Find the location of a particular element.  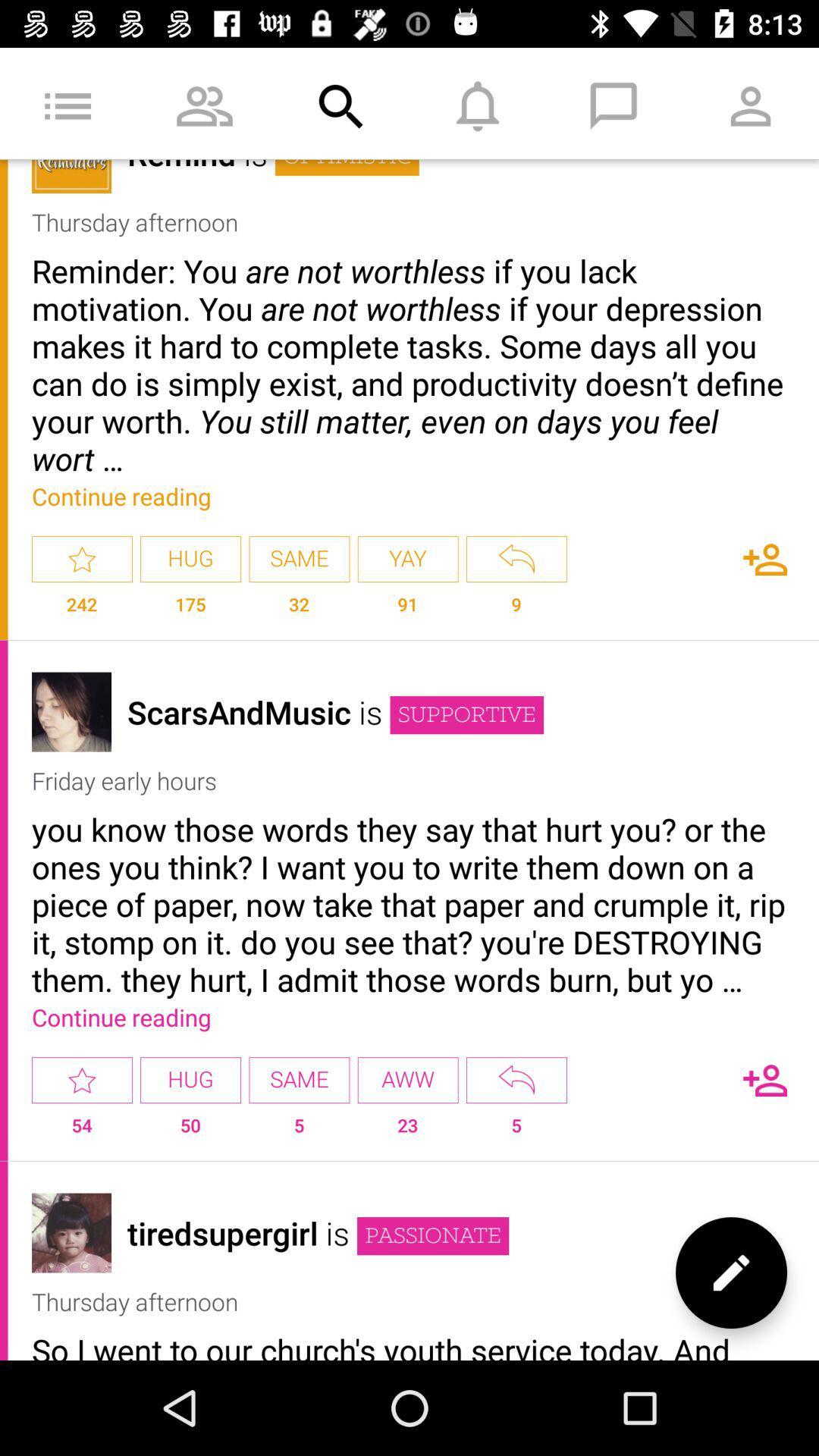

the item above friday early hours is located at coordinates (466, 714).